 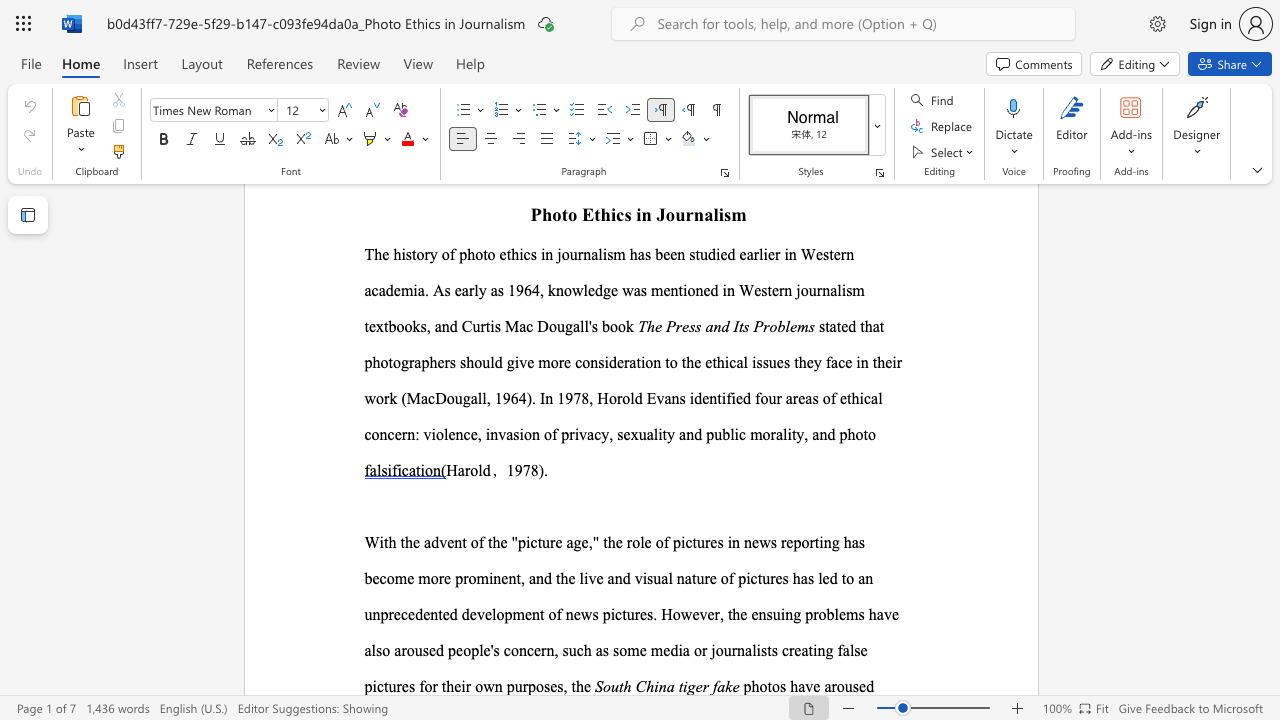 What do you see at coordinates (812, 542) in the screenshot?
I see `the 5th character "r" in the text` at bounding box center [812, 542].